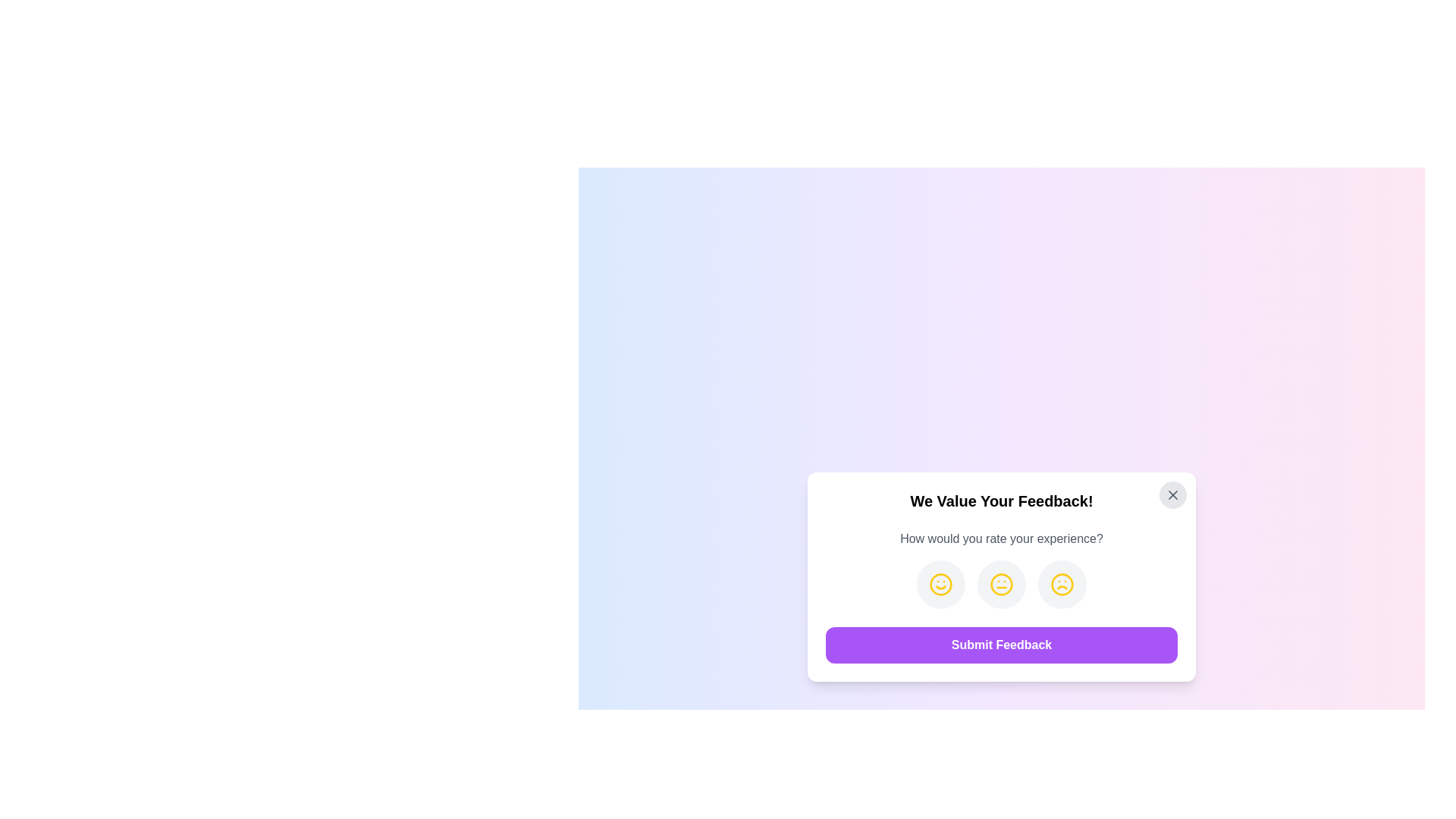 This screenshot has width=1456, height=819. Describe the element at coordinates (1172, 494) in the screenshot. I see `the close (X) button located at the top-right corner of the feedback modal` at that location.